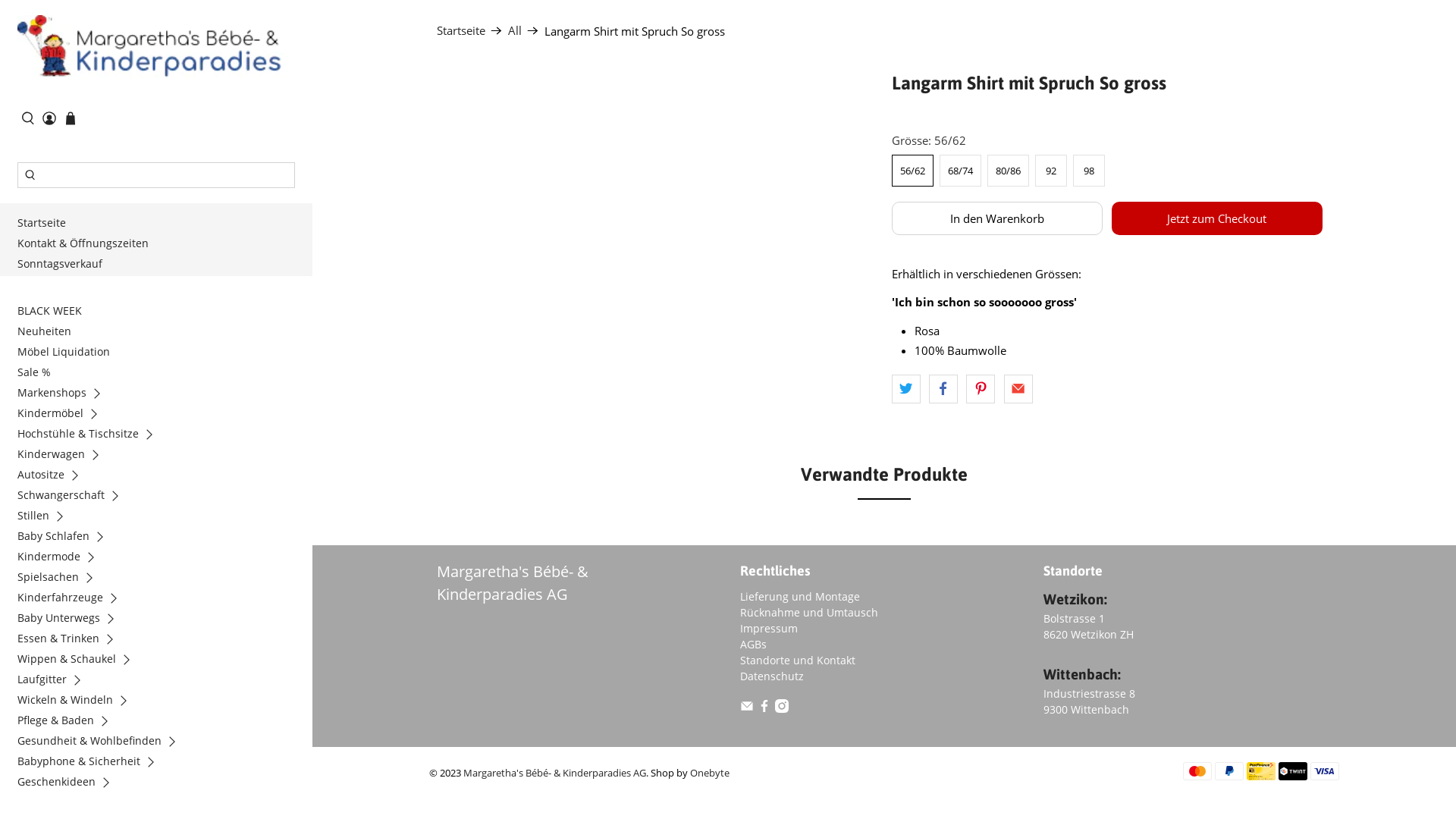  What do you see at coordinates (17, 742) in the screenshot?
I see `'Gesundheit & Wohlbefinden'` at bounding box center [17, 742].